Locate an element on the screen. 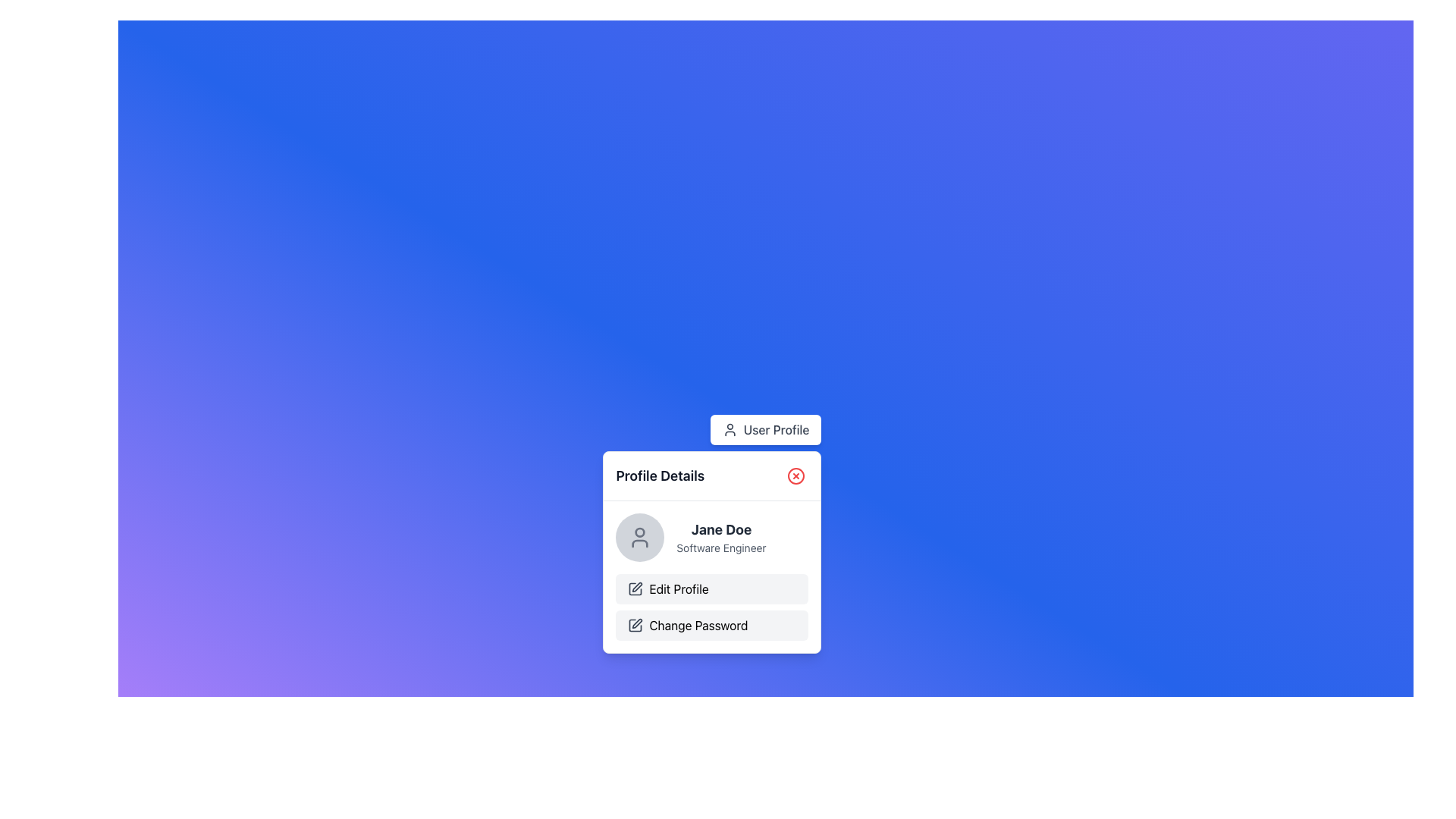  the pen icon representing the editing feature located to the left of the 'Edit Profile' button for tooltip or highlight is located at coordinates (637, 586).